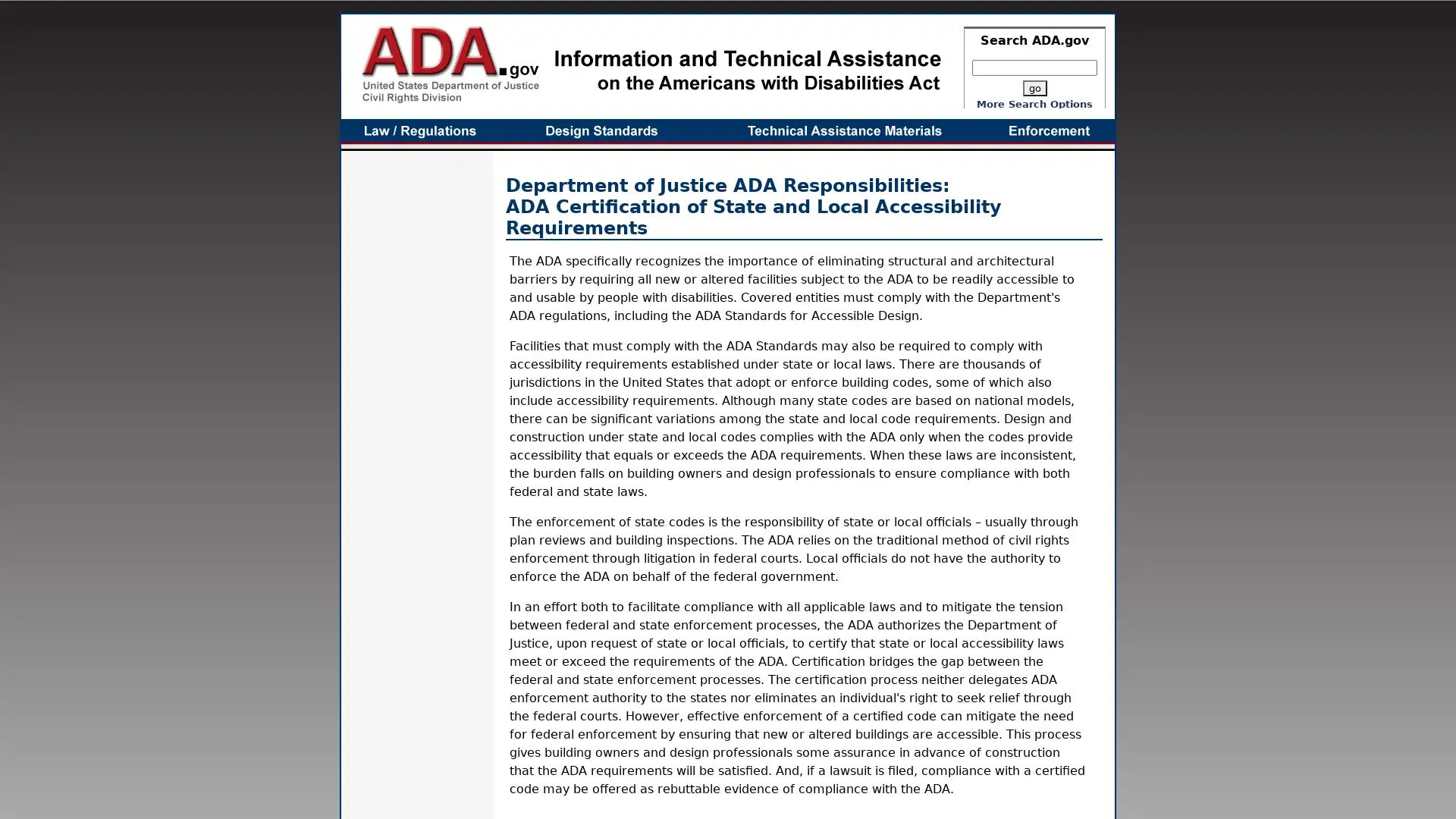  Describe the element at coordinates (1033, 88) in the screenshot. I see `go` at that location.